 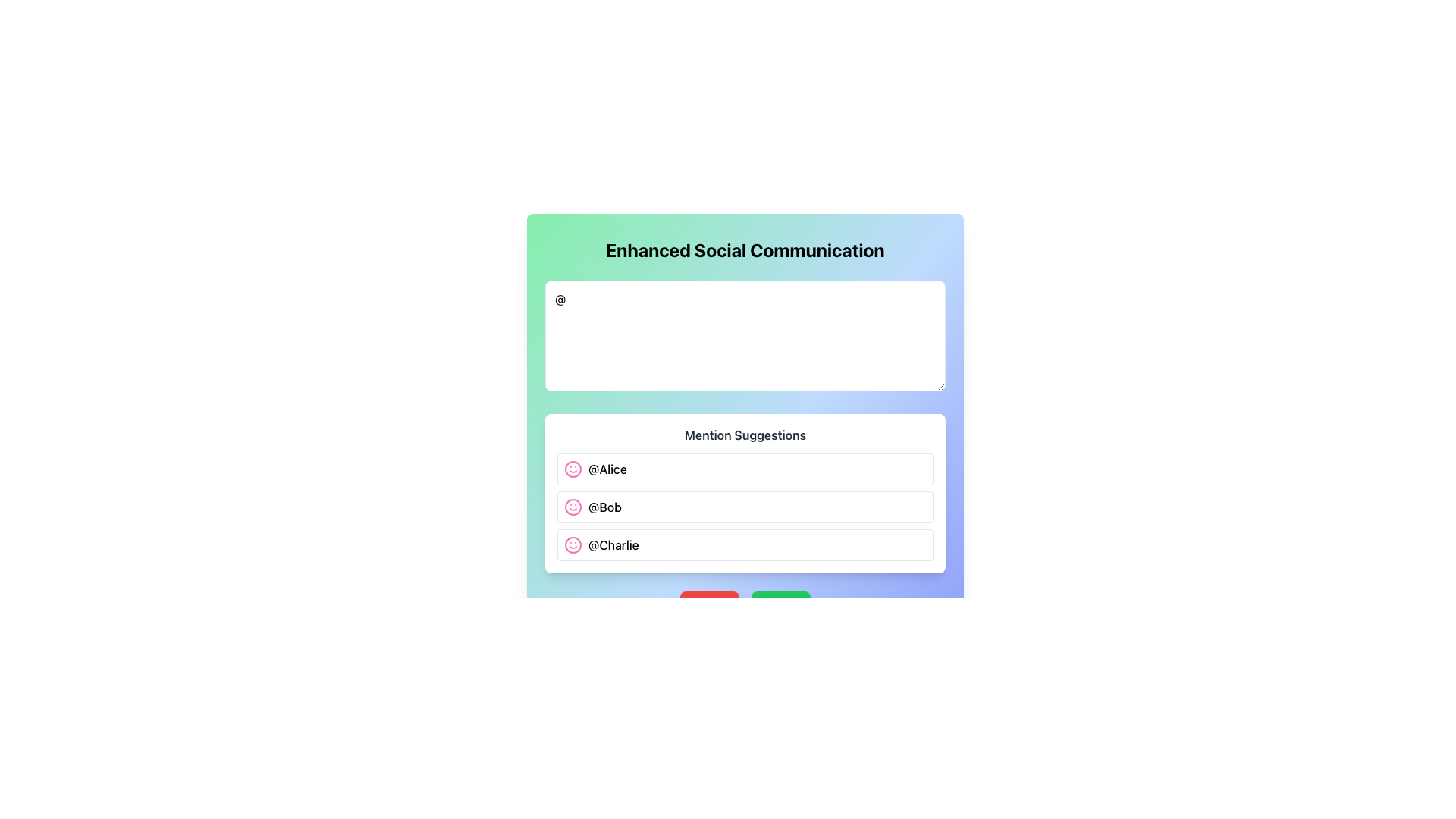 I want to click on the second suggestion button labeled '@Bob' located in the 'Mention Suggestions' section below the input field, so click(x=745, y=507).